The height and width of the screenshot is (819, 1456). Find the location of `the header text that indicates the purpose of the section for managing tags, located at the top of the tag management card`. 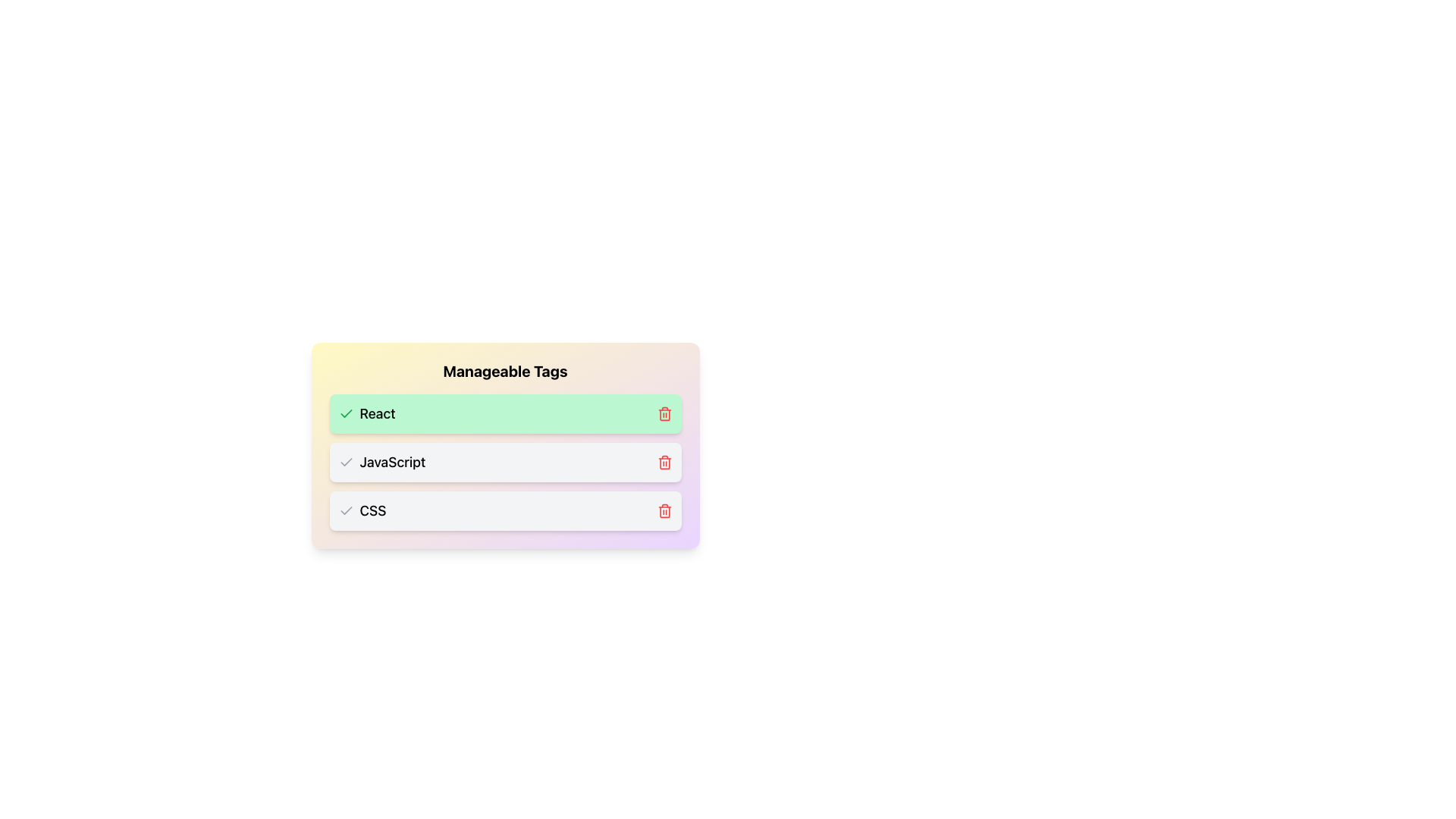

the header text that indicates the purpose of the section for managing tags, located at the top of the tag management card is located at coordinates (505, 371).